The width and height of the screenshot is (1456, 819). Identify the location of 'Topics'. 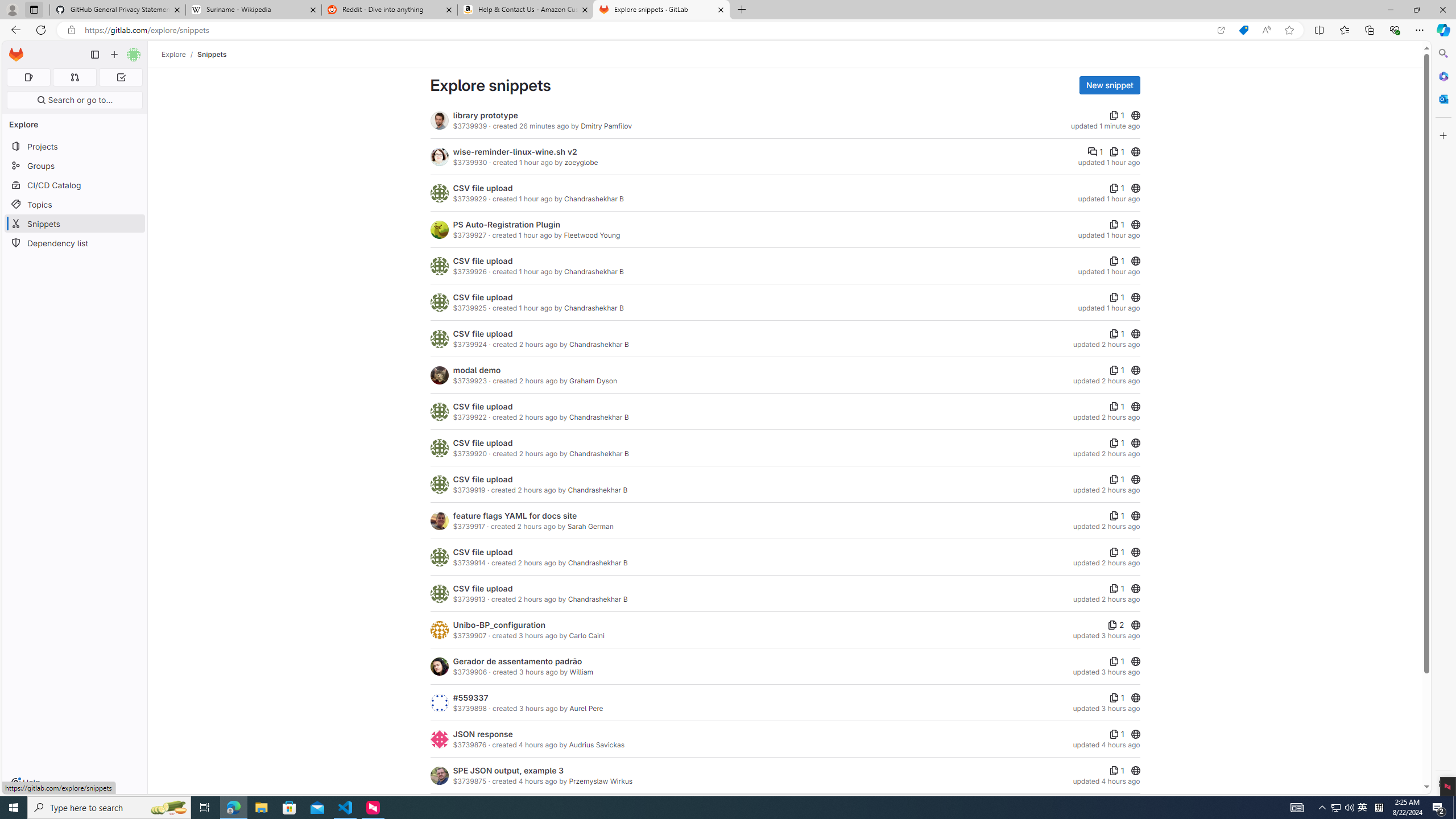
(74, 204).